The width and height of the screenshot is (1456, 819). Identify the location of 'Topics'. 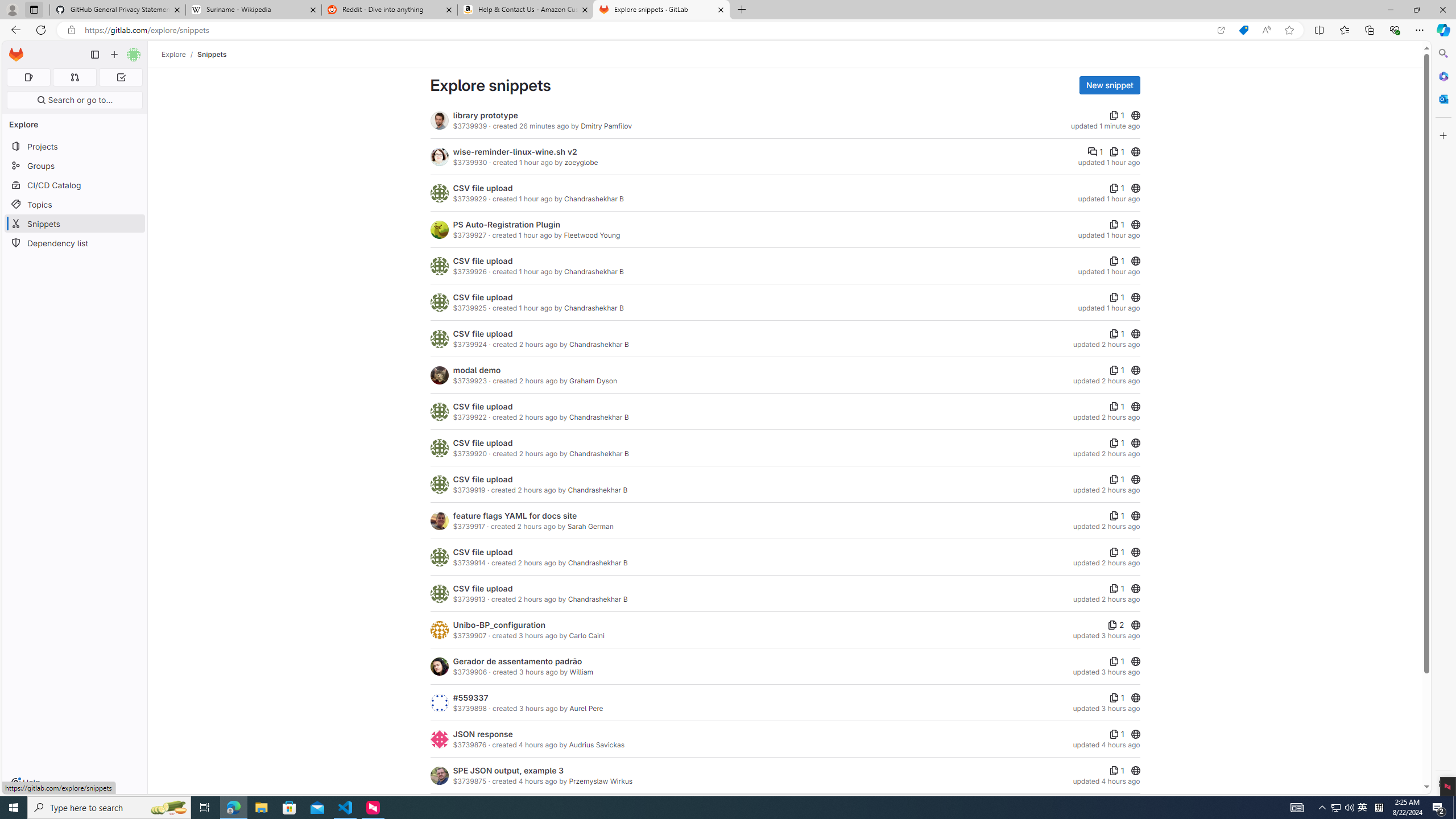
(74, 204).